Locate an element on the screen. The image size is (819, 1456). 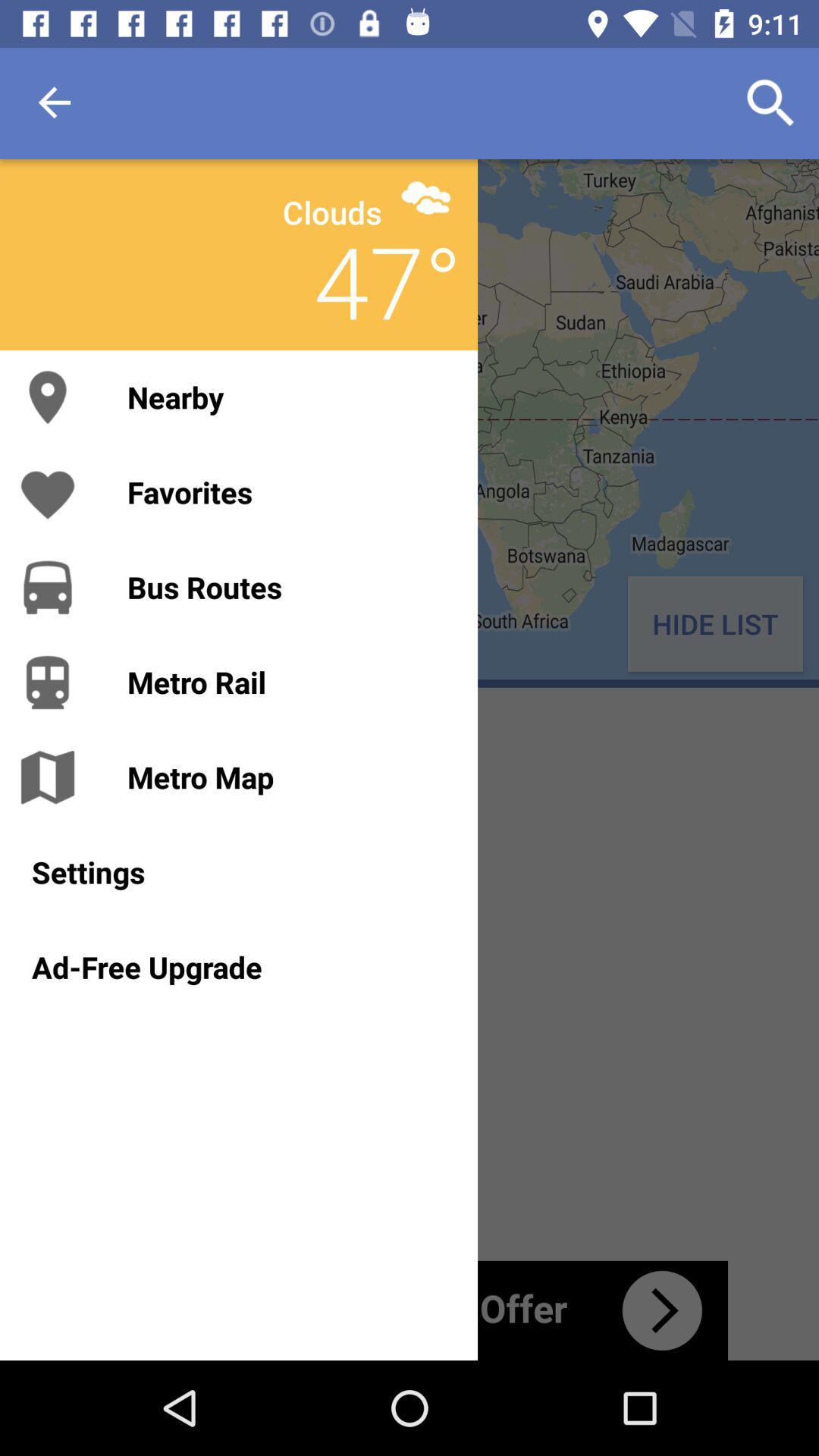
the favorites is located at coordinates (287, 492).